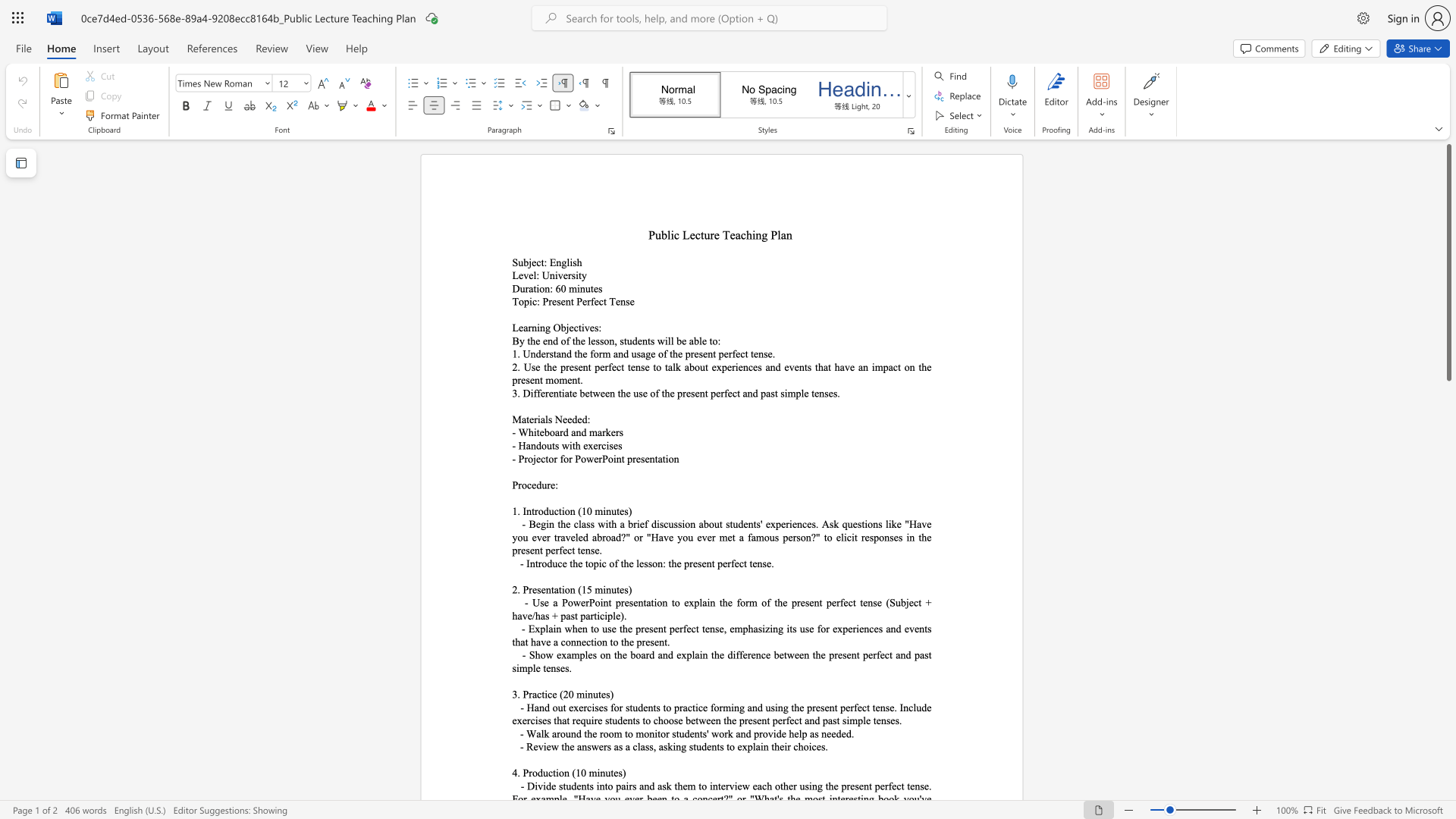 This screenshot has height=819, width=1456. Describe the element at coordinates (529, 588) in the screenshot. I see `the subset text "resentation (1" within the text "2. Presentation (15 minutes)"` at that location.